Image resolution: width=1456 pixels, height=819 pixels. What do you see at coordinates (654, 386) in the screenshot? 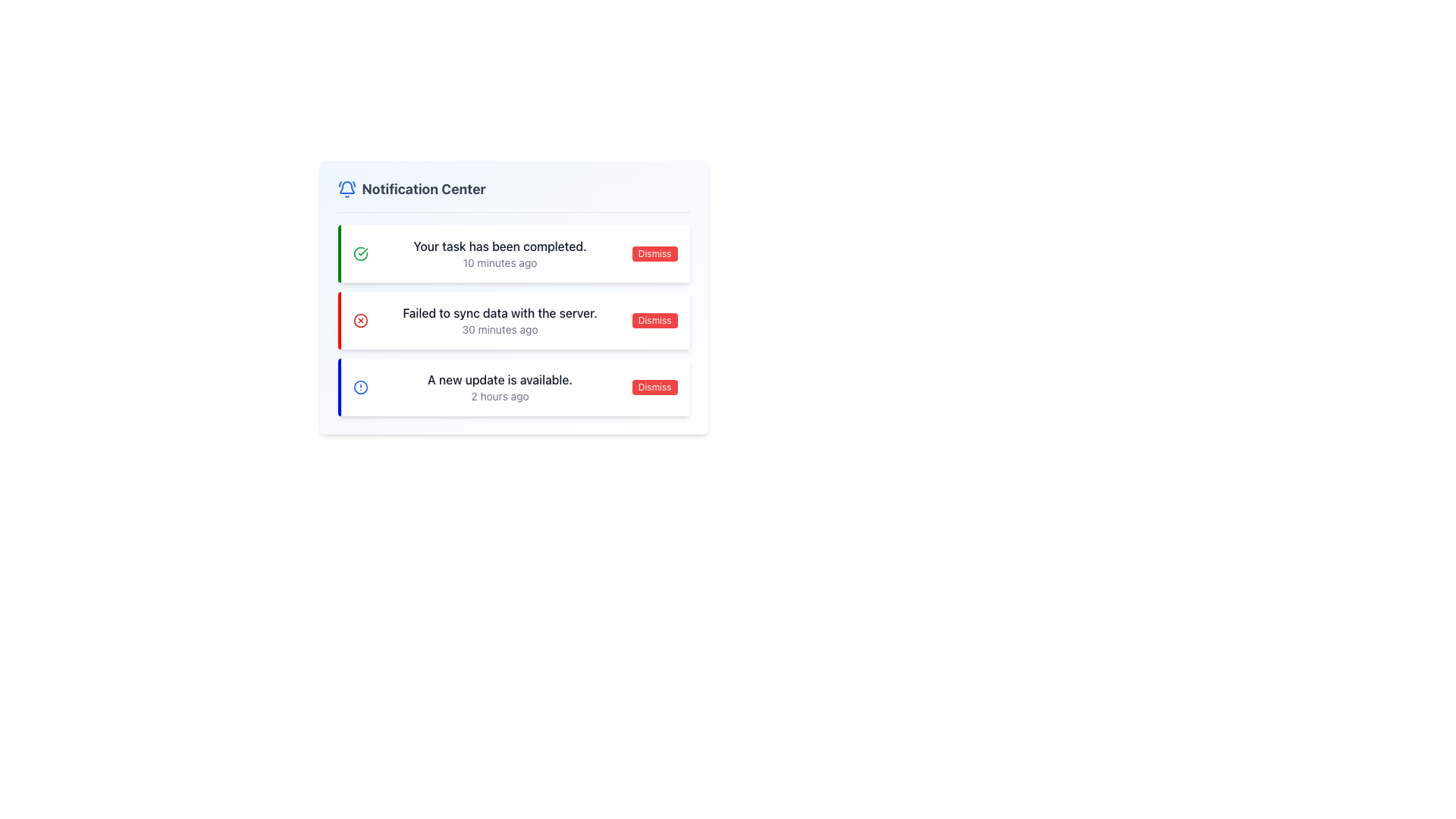
I see `the dismiss button located at the far-right of the notification card containing the text 'A new update is available.'` at bounding box center [654, 386].